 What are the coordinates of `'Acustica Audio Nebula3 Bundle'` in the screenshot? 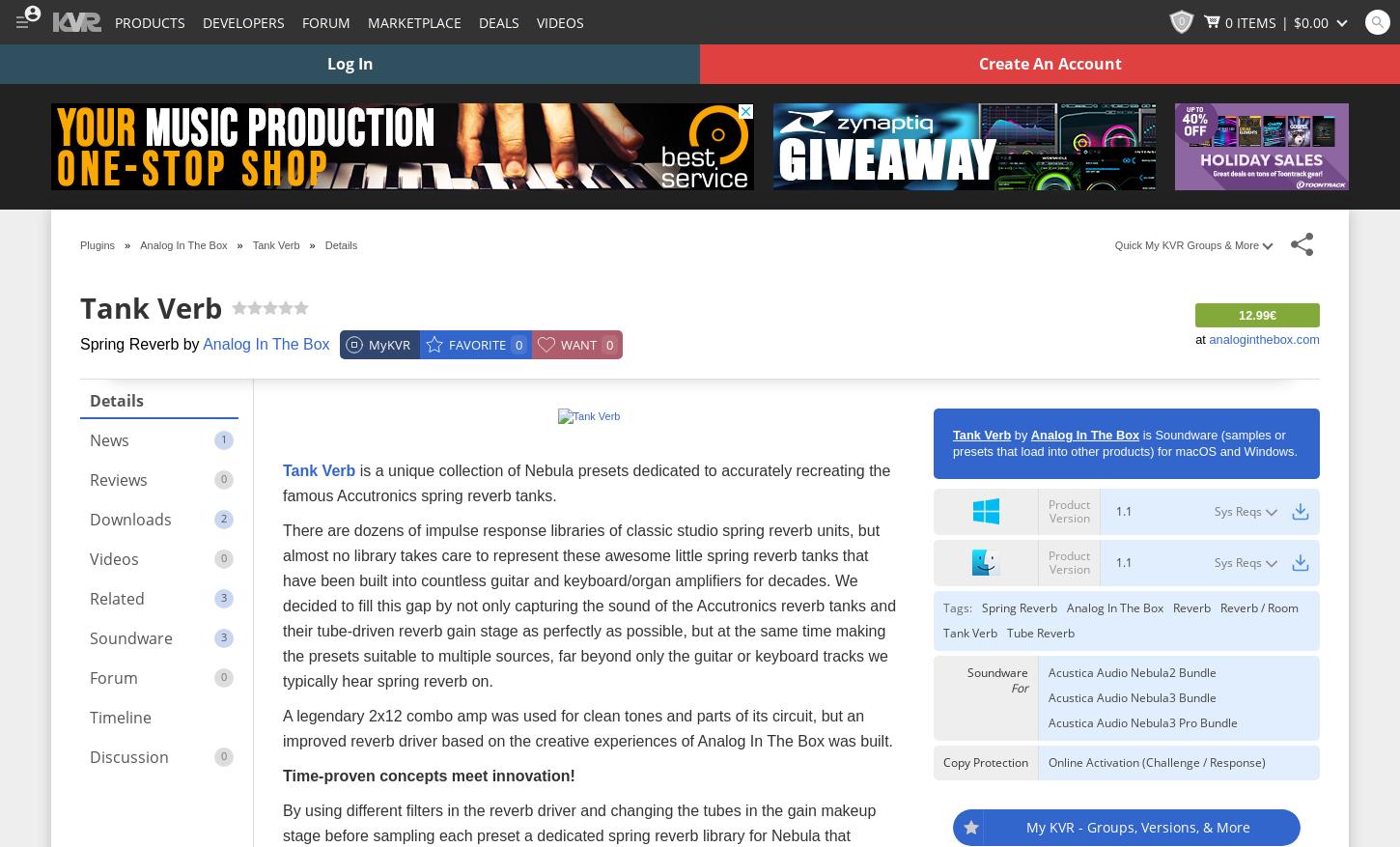 It's located at (1132, 696).